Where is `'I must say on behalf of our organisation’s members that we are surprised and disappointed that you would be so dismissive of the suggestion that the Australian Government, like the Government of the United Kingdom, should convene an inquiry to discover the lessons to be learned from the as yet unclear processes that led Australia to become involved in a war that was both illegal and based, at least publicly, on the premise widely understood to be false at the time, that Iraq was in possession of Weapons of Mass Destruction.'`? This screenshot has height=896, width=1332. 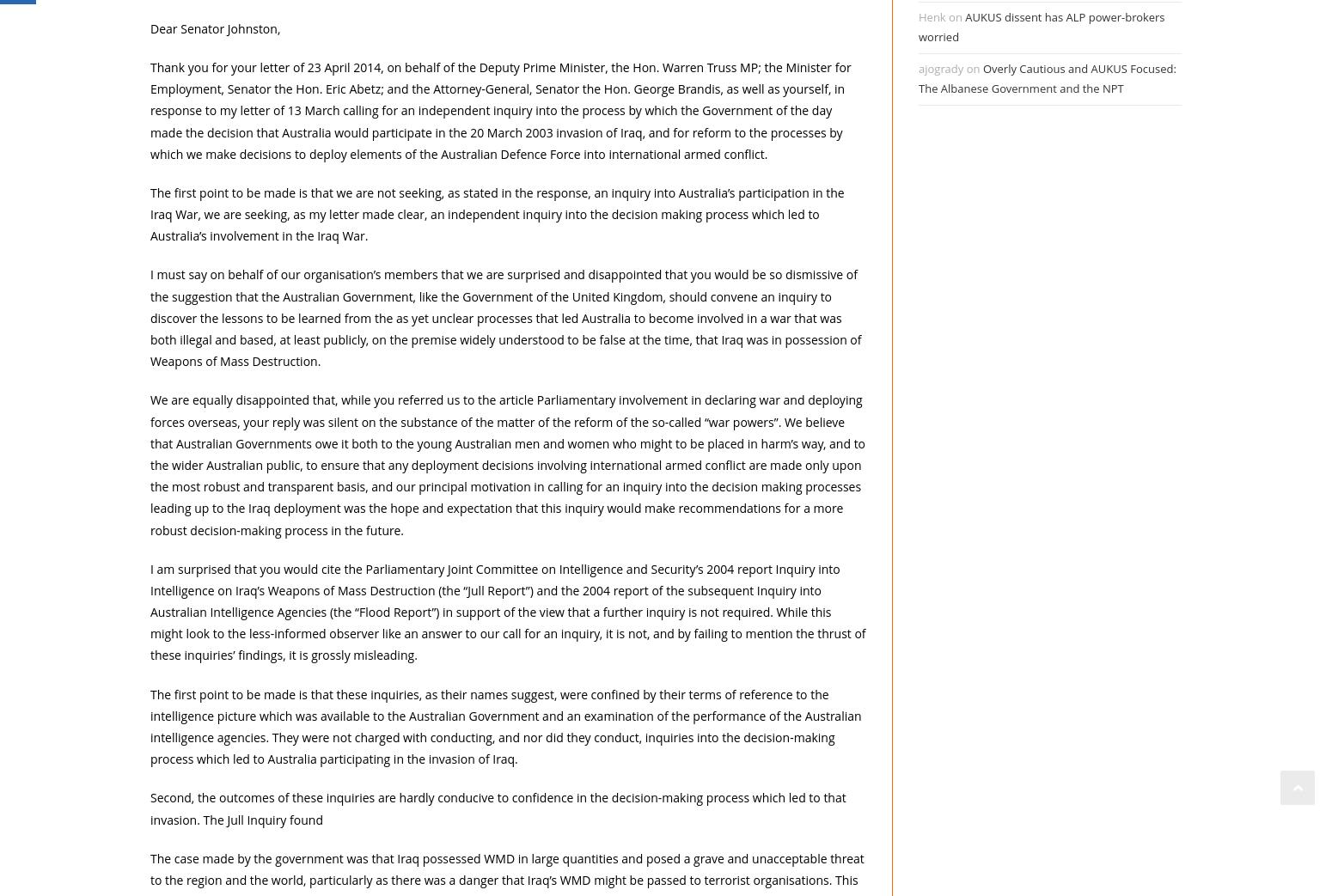 'I must say on behalf of our organisation’s members that we are surprised and disappointed that you would be so dismissive of the suggestion that the Australian Government, like the Government of the United Kingdom, should convene an inquiry to discover the lessons to be learned from the as yet unclear processes that led Australia to become involved in a war that was both illegal and based, at least publicly, on the premise widely understood to be false at the time, that Iraq was in possession of Weapons of Mass Destruction.' is located at coordinates (505, 316).